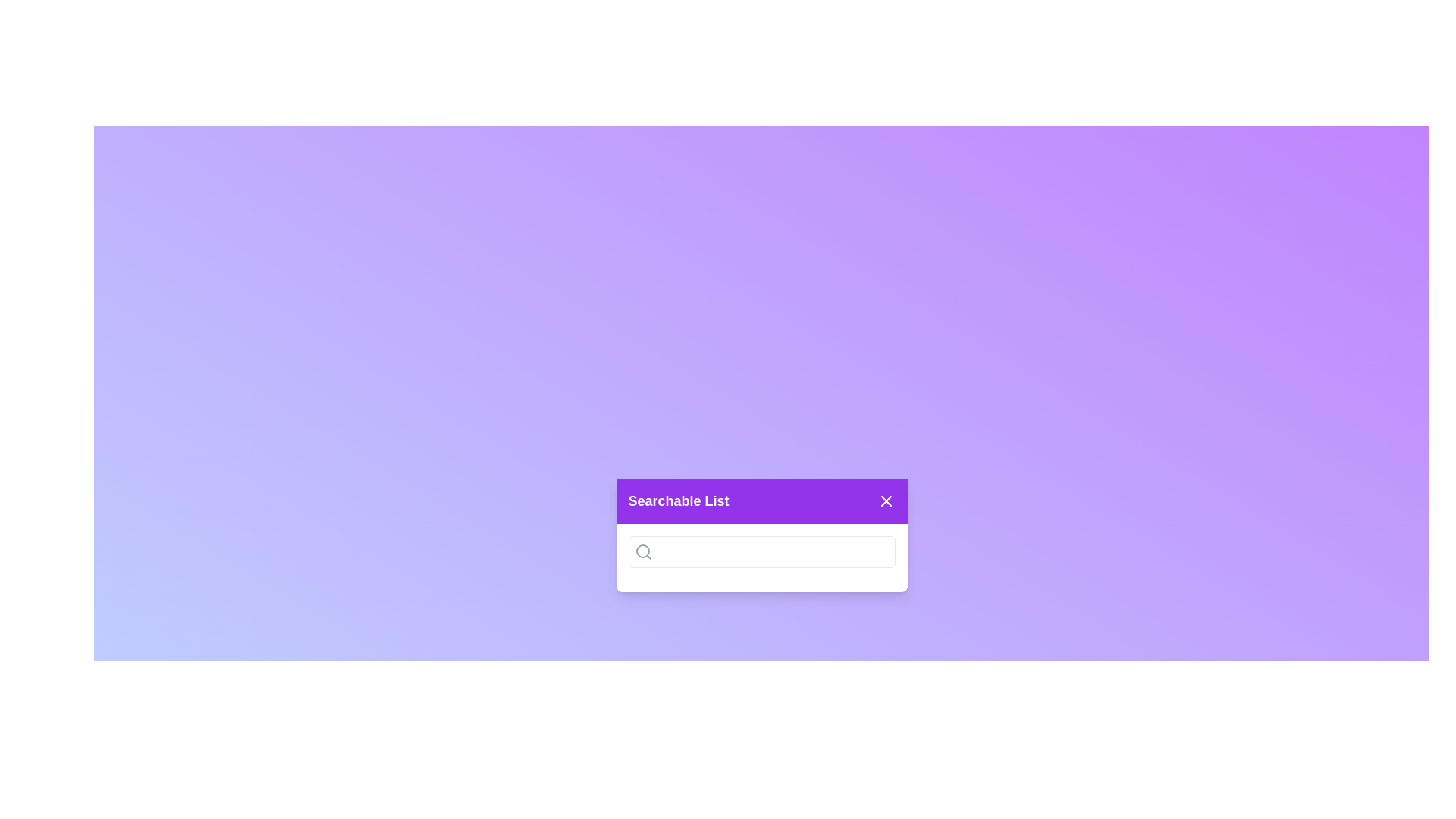 The height and width of the screenshot is (819, 1456). What do you see at coordinates (761, 552) in the screenshot?
I see `the input field to focus it` at bounding box center [761, 552].